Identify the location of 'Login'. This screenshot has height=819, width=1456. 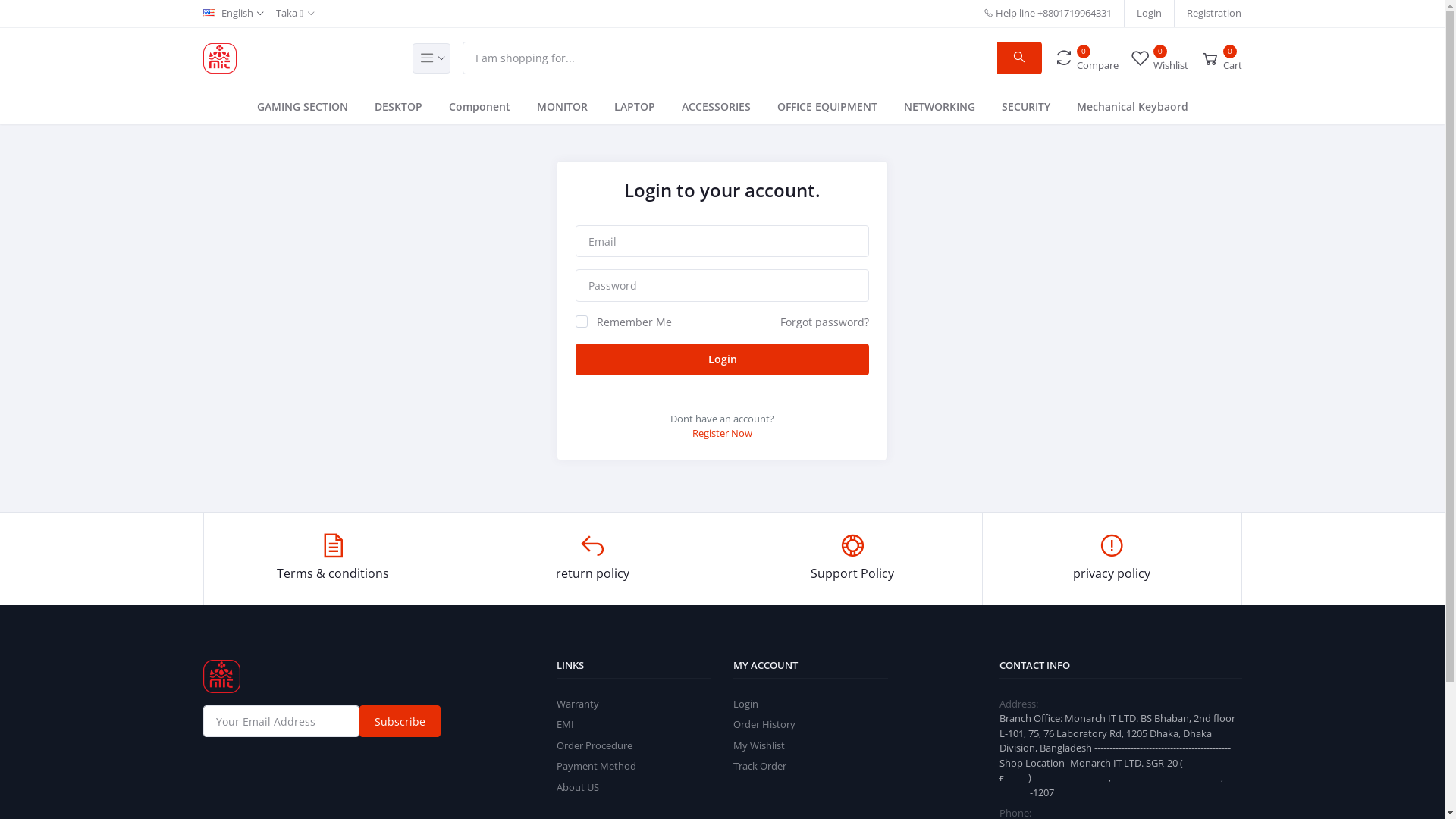
(1149, 14).